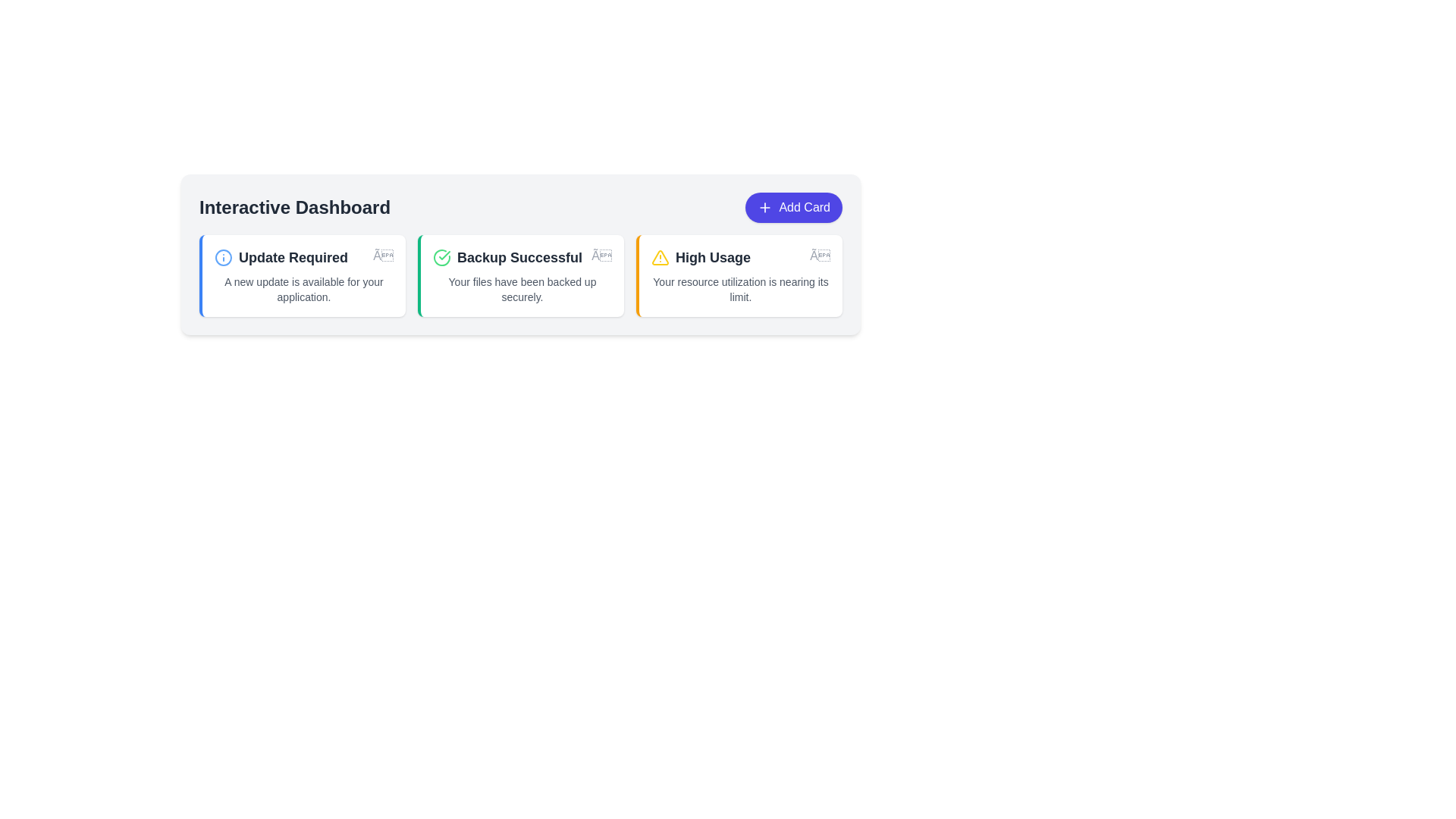 This screenshot has height=819, width=1456. Describe the element at coordinates (712, 256) in the screenshot. I see `the bold, dark gray text element reading 'High Usage', which is positioned beside a yellow warning triangle icon in the third card of notification cards` at that location.